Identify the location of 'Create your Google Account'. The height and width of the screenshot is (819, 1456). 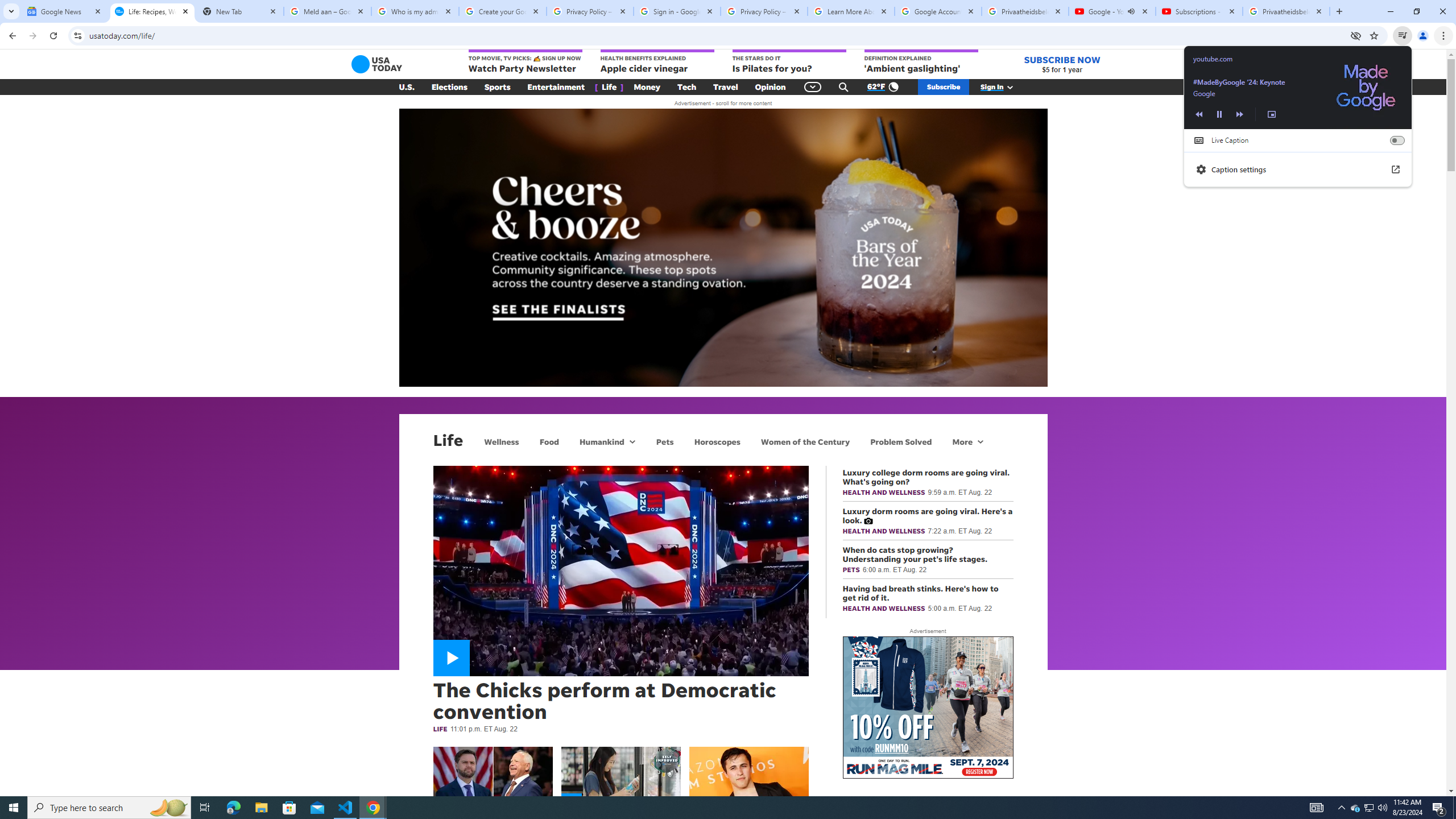
(503, 11).